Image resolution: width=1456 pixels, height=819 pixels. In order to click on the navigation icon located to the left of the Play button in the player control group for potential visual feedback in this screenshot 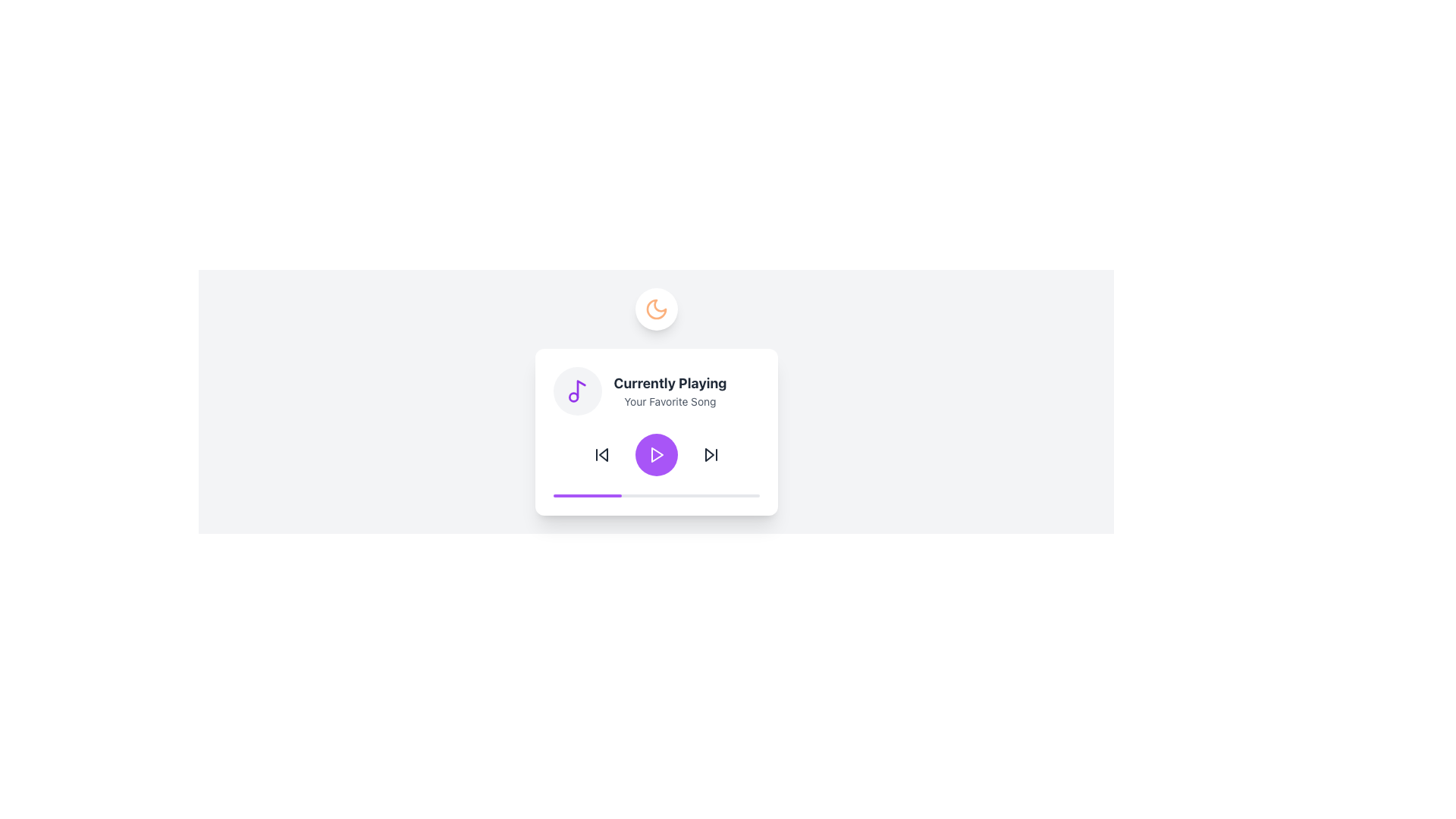, I will do `click(602, 454)`.